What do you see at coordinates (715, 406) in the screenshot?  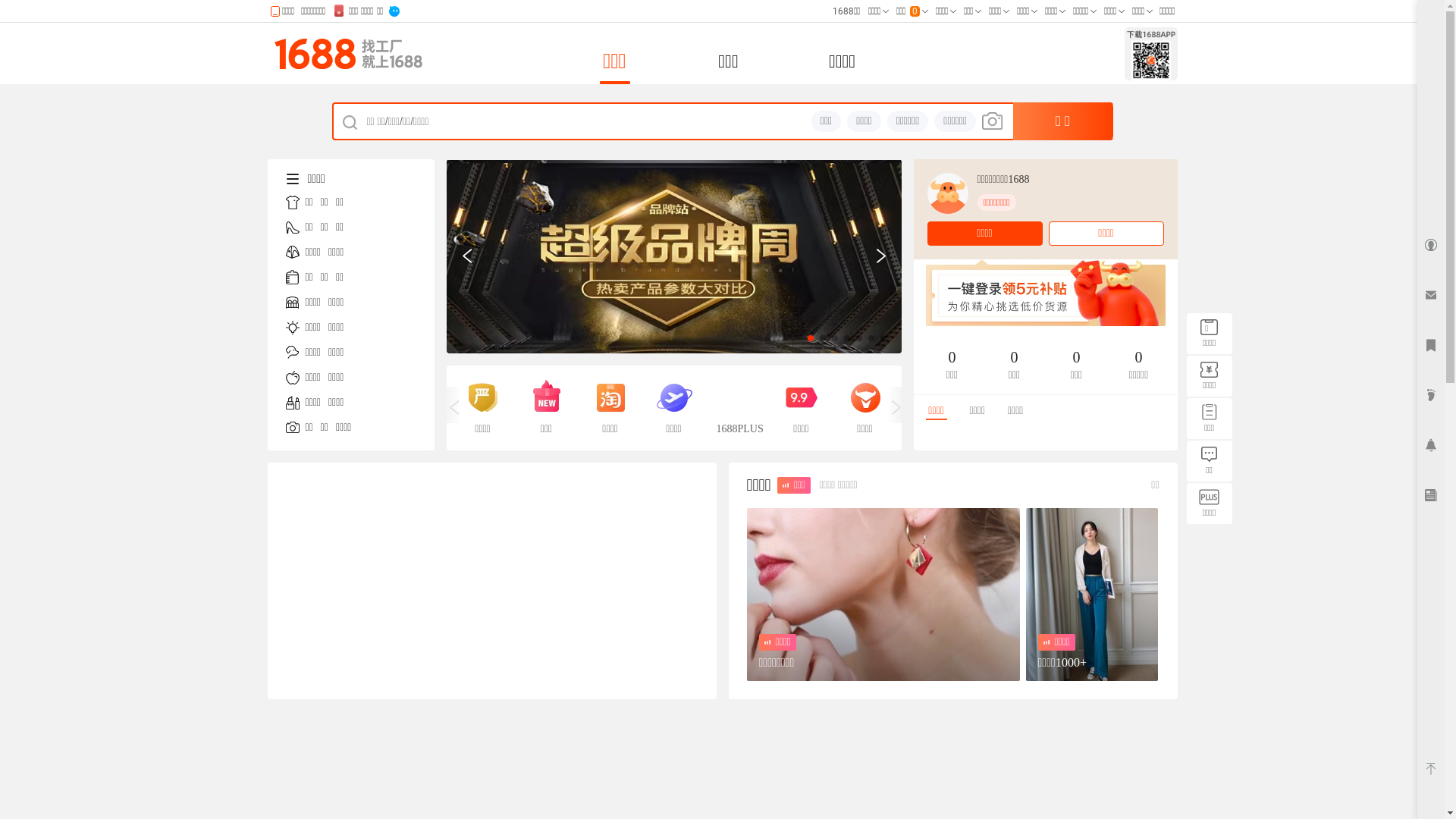 I see `'1688PLUS'` at bounding box center [715, 406].